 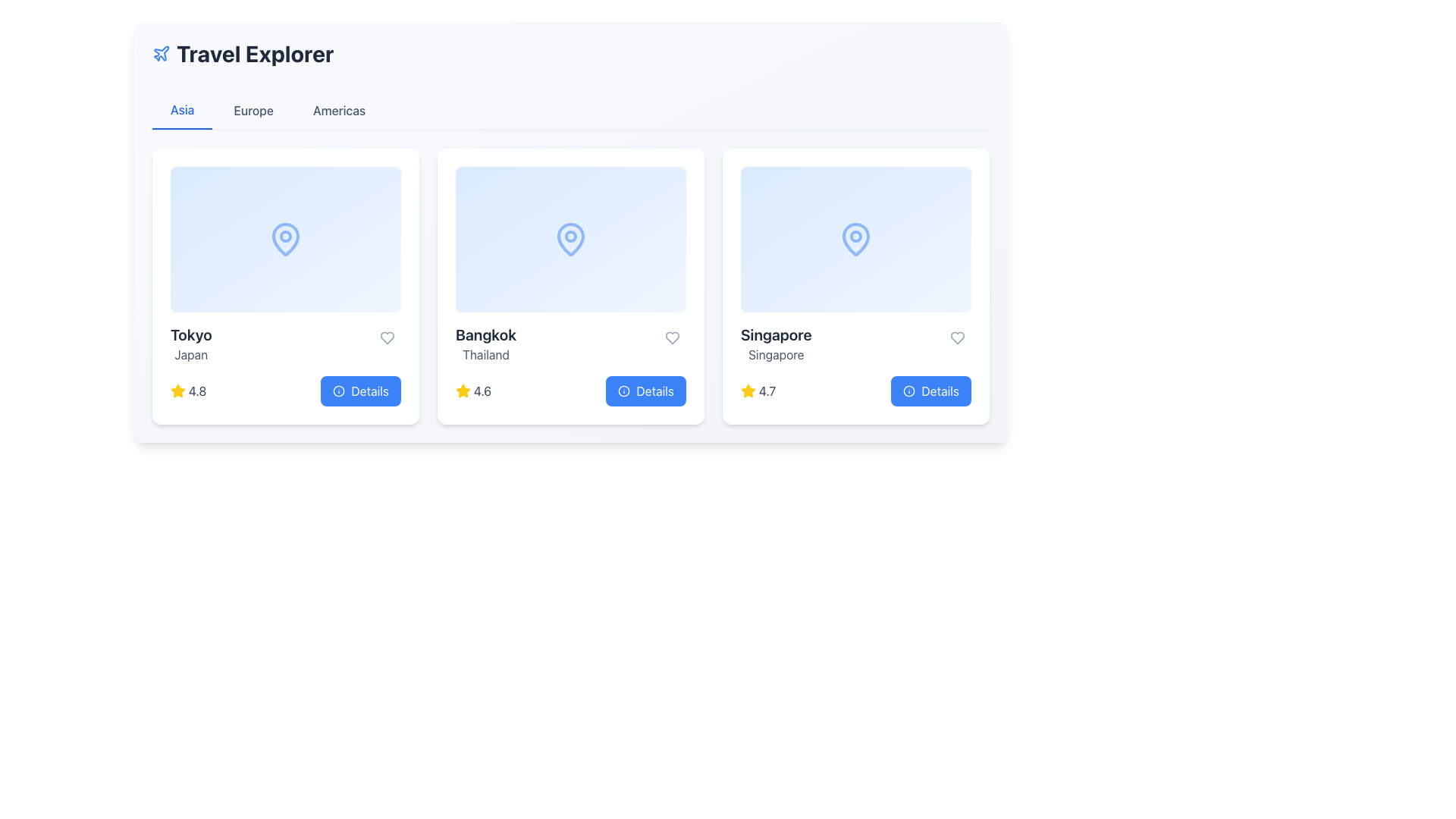 I want to click on the Rating indicator for the 'Tokyo' destination, which features a yellow star symbol and the text '4.8' in dark gray, located in the lower left section of the card, so click(x=187, y=391).